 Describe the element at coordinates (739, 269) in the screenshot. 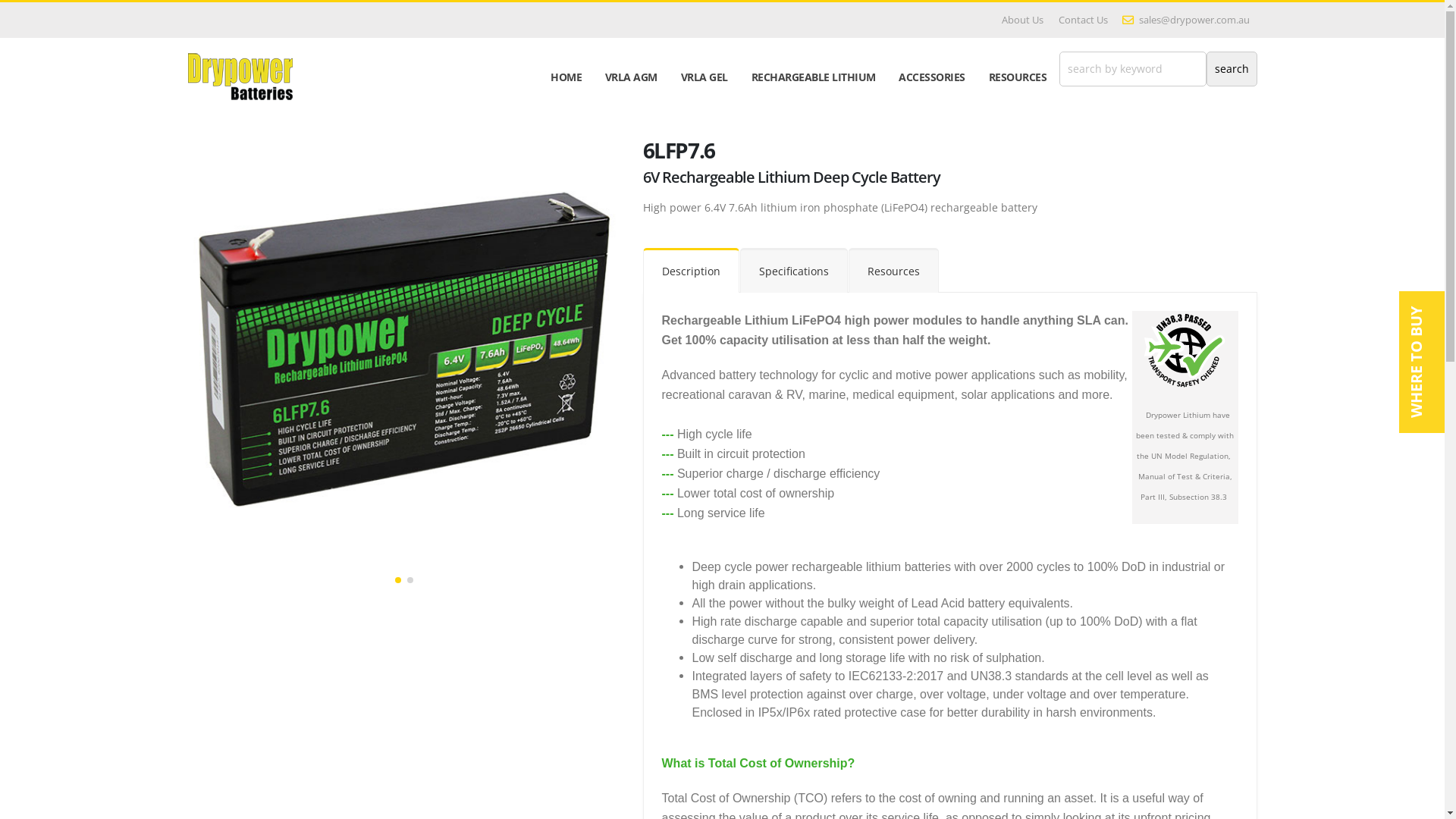

I see `'Specifications'` at that location.